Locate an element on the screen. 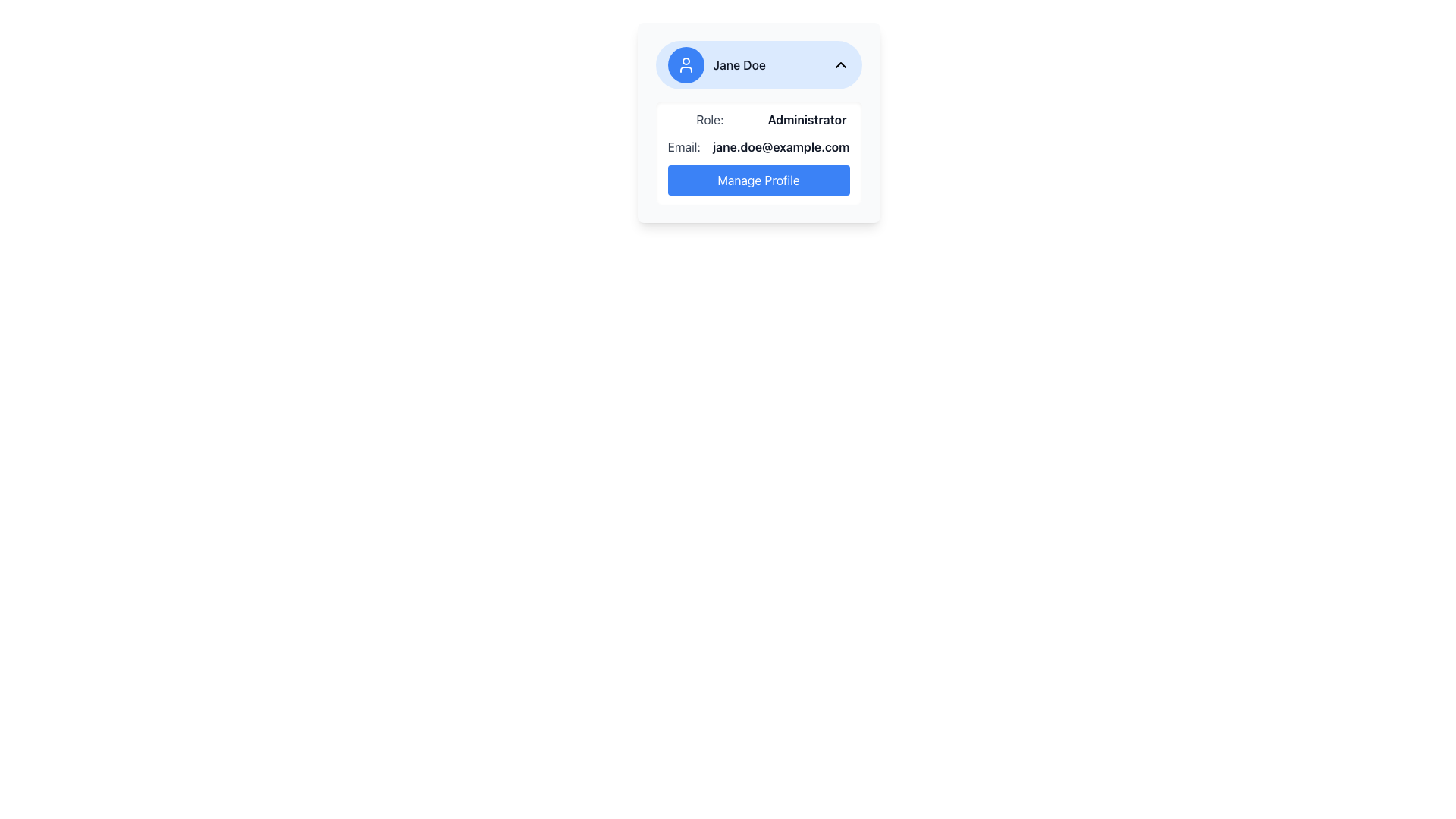 Image resolution: width=1456 pixels, height=819 pixels. the static label displaying the email address 'jane.doe@example.com' which is styled in bold and darker color, located within the user profile card interface, to the right of 'Email:' and above the 'Manage Profile' button is located at coordinates (781, 146).